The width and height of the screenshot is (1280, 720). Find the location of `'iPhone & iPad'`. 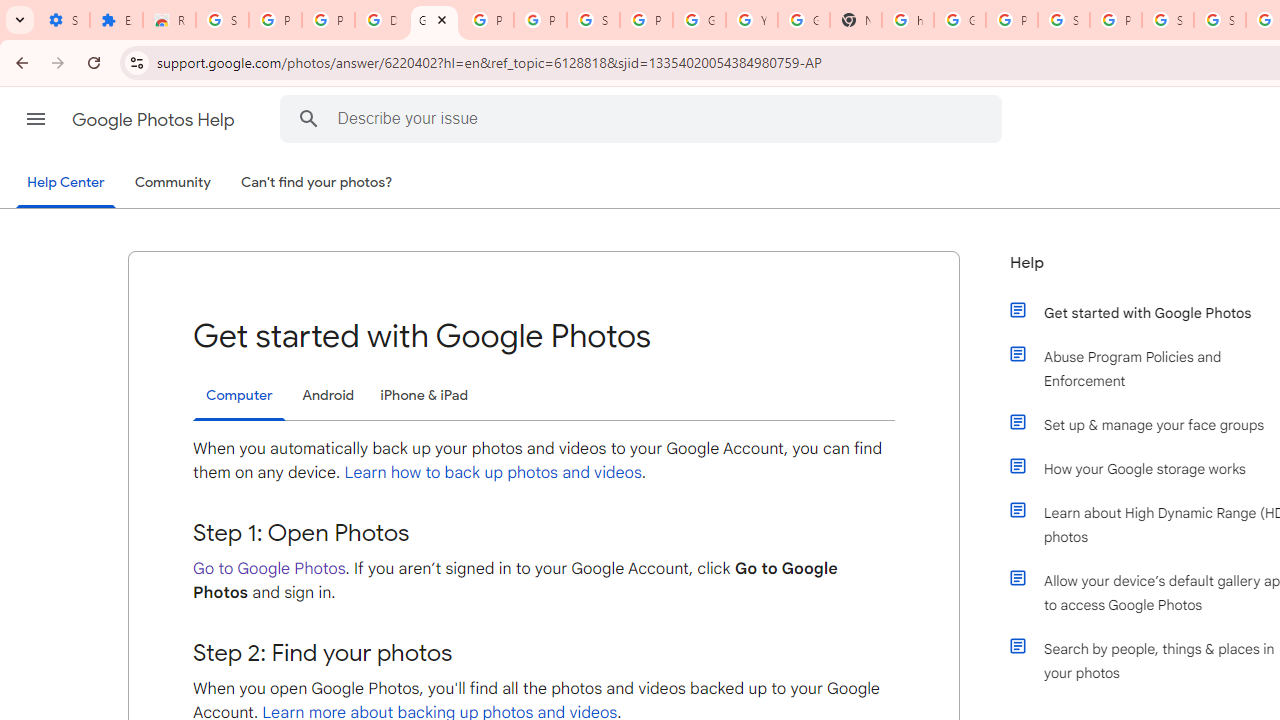

'iPhone & iPad' is located at coordinates (423, 395).